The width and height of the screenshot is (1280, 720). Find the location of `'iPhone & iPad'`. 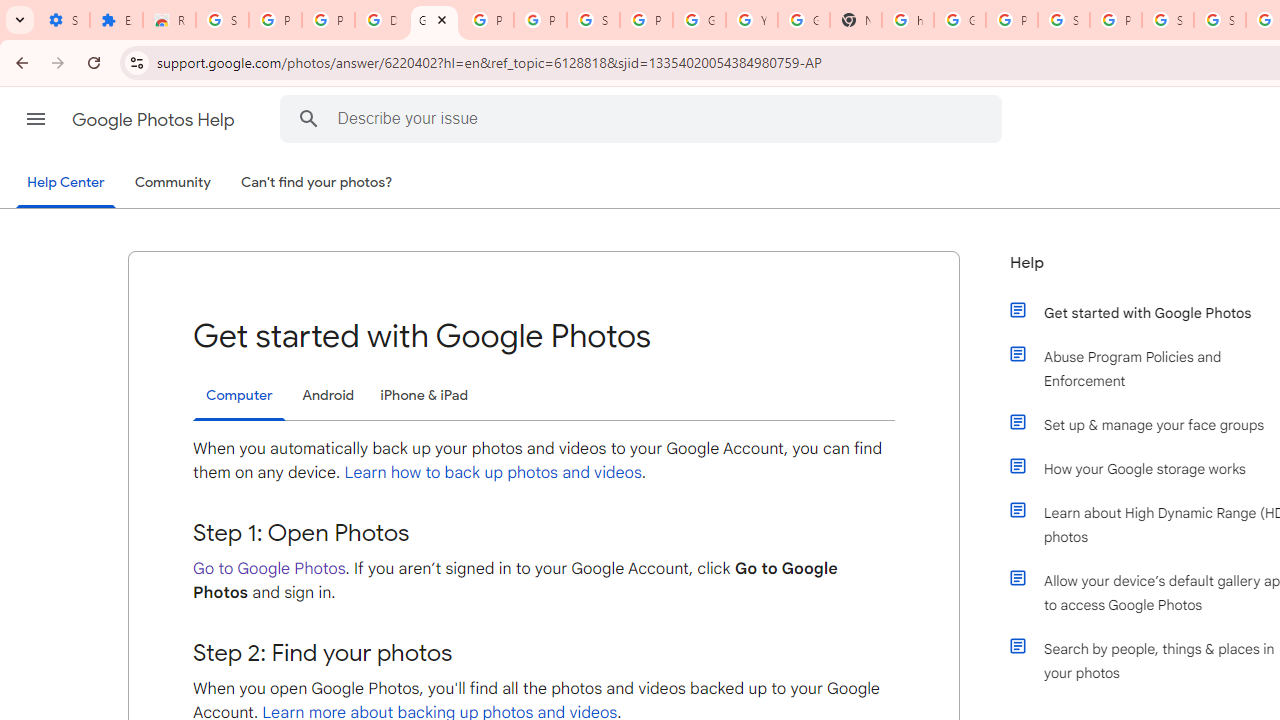

'iPhone & iPad' is located at coordinates (423, 395).